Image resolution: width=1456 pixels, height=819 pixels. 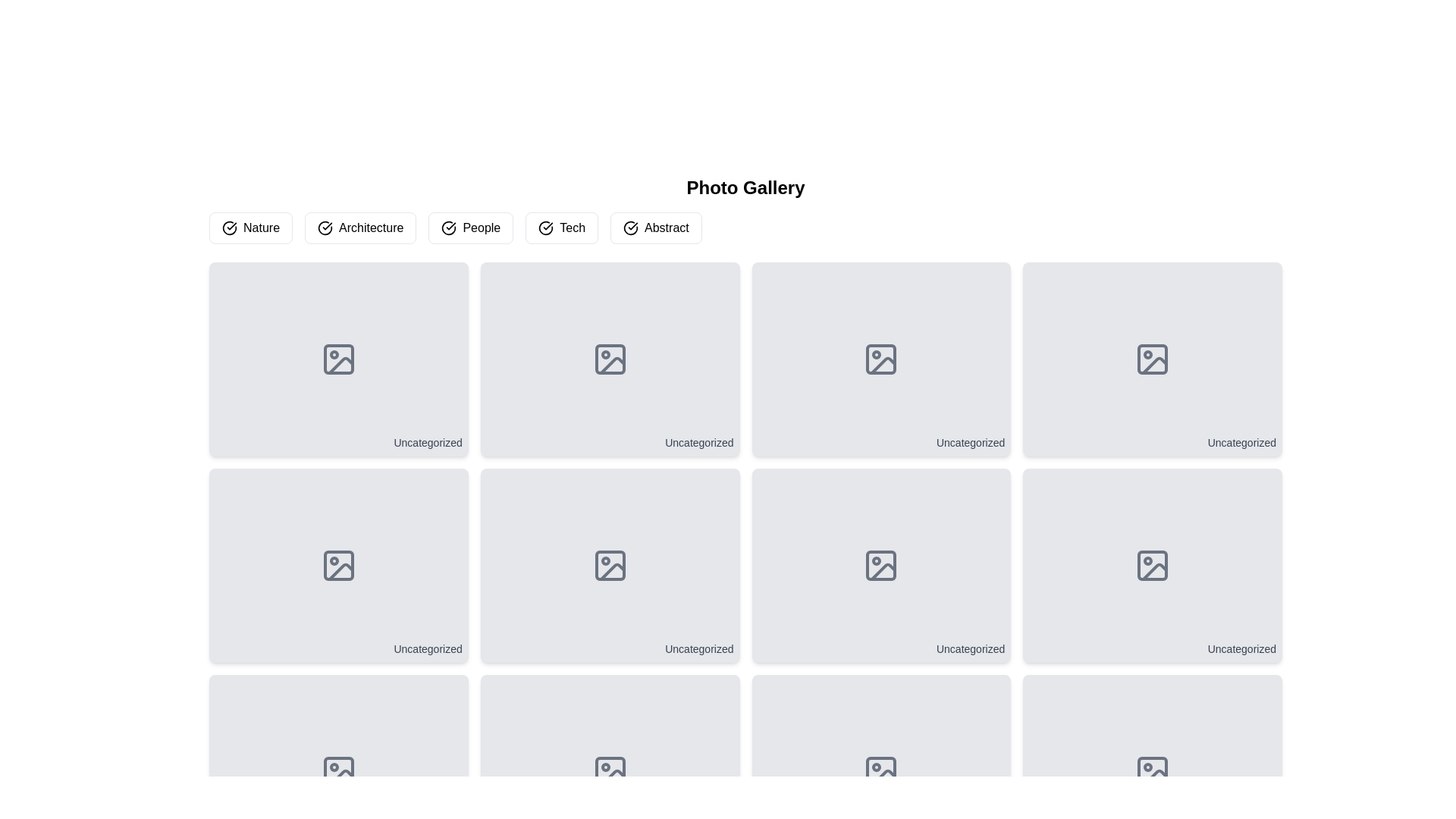 What do you see at coordinates (337, 359) in the screenshot?
I see `the placeholder icon located near the center of the 'Uncategorized' panel in the first column of the first row in the grid layout` at bounding box center [337, 359].